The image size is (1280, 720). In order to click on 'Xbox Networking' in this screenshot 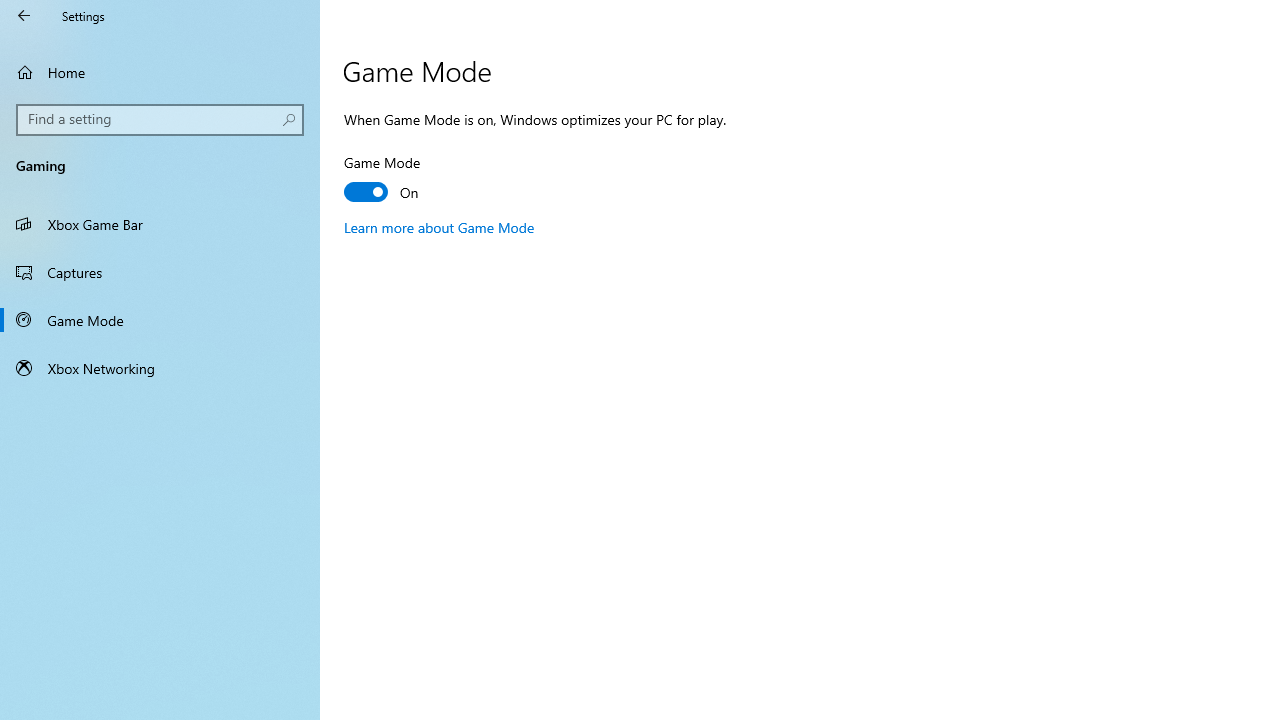, I will do `click(160, 367)`.